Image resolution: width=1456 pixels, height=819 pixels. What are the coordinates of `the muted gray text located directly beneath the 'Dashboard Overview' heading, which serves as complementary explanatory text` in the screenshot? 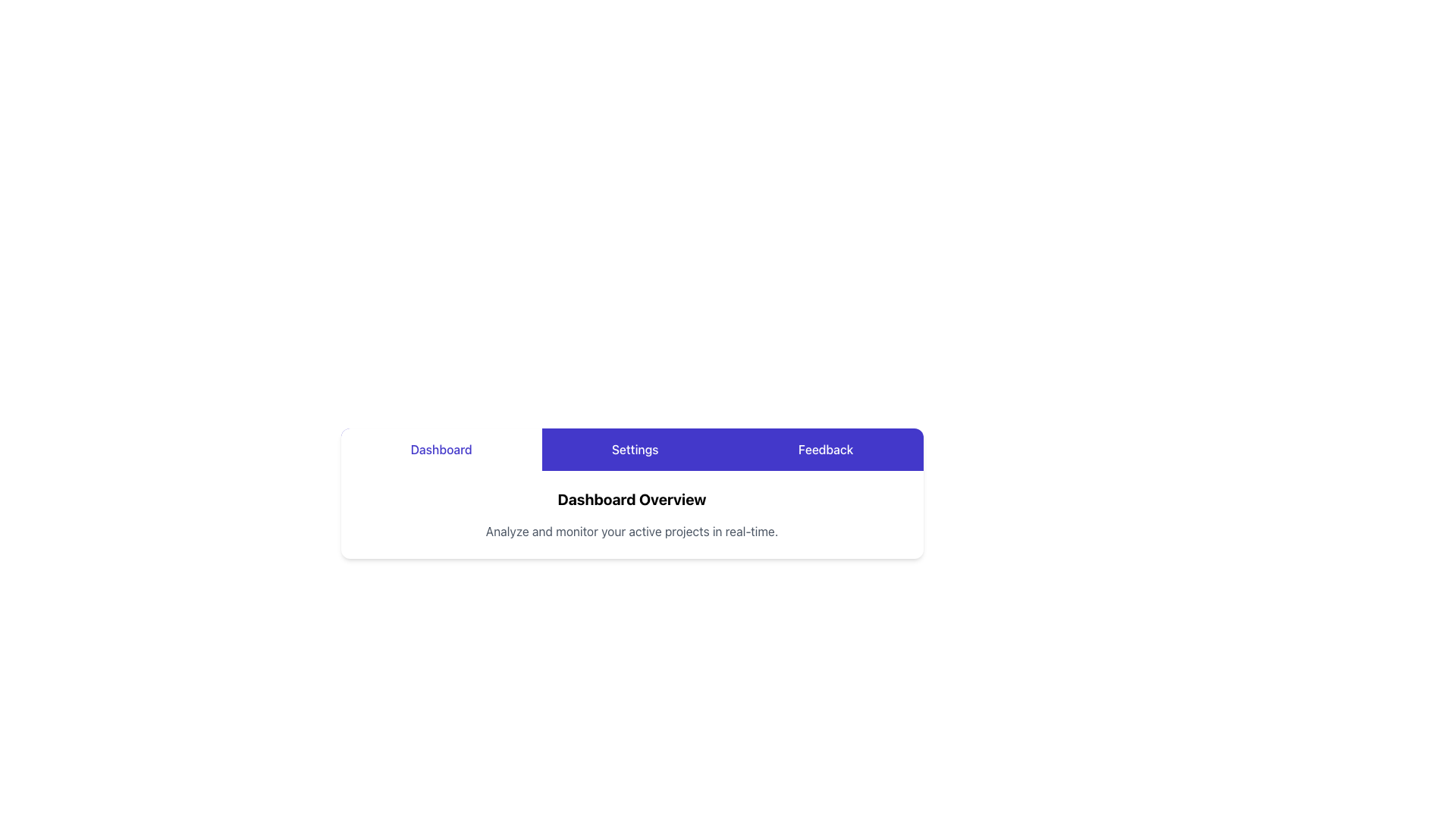 It's located at (632, 531).